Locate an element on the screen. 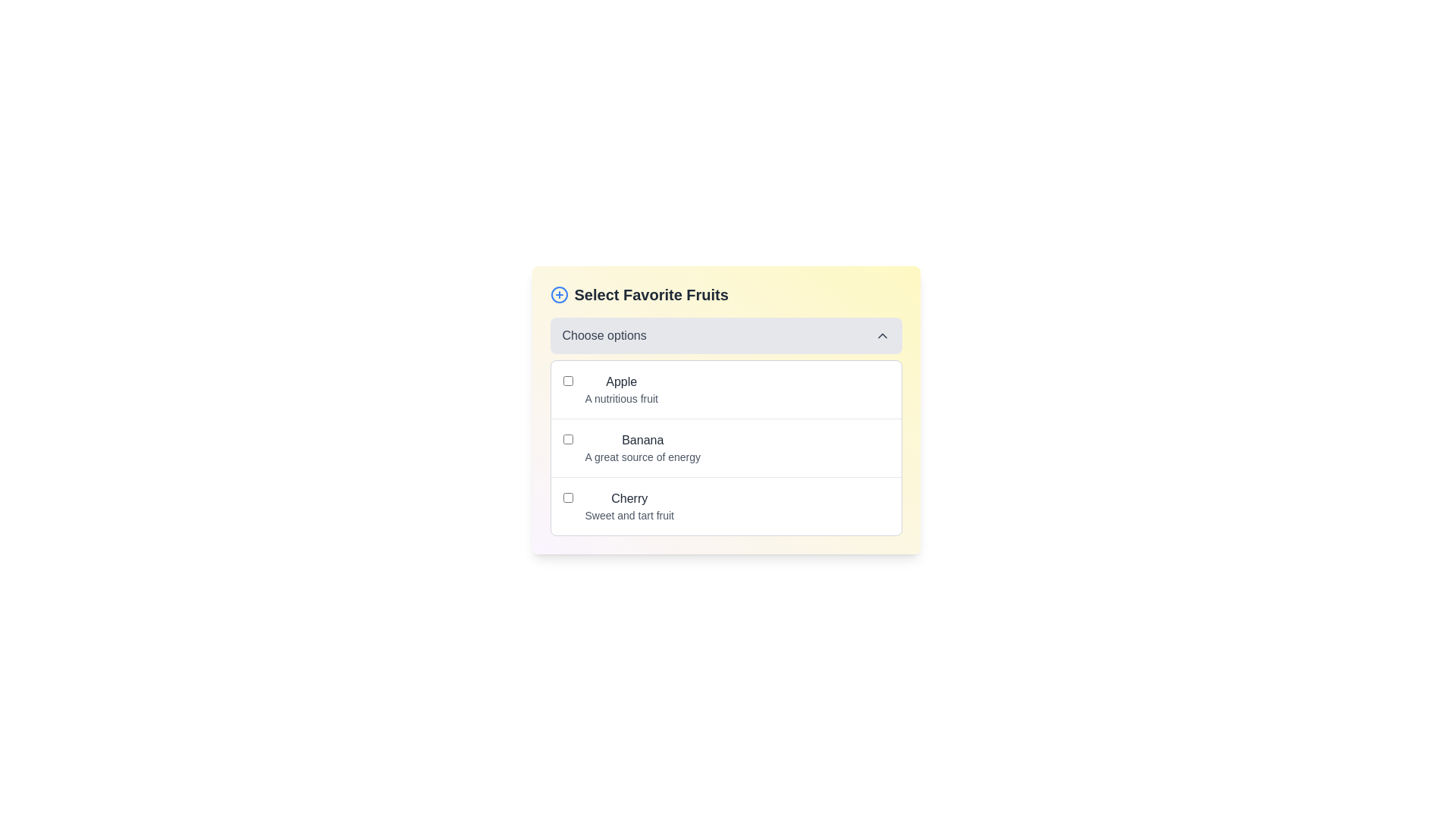  the small square checkbox is located at coordinates (566, 438).